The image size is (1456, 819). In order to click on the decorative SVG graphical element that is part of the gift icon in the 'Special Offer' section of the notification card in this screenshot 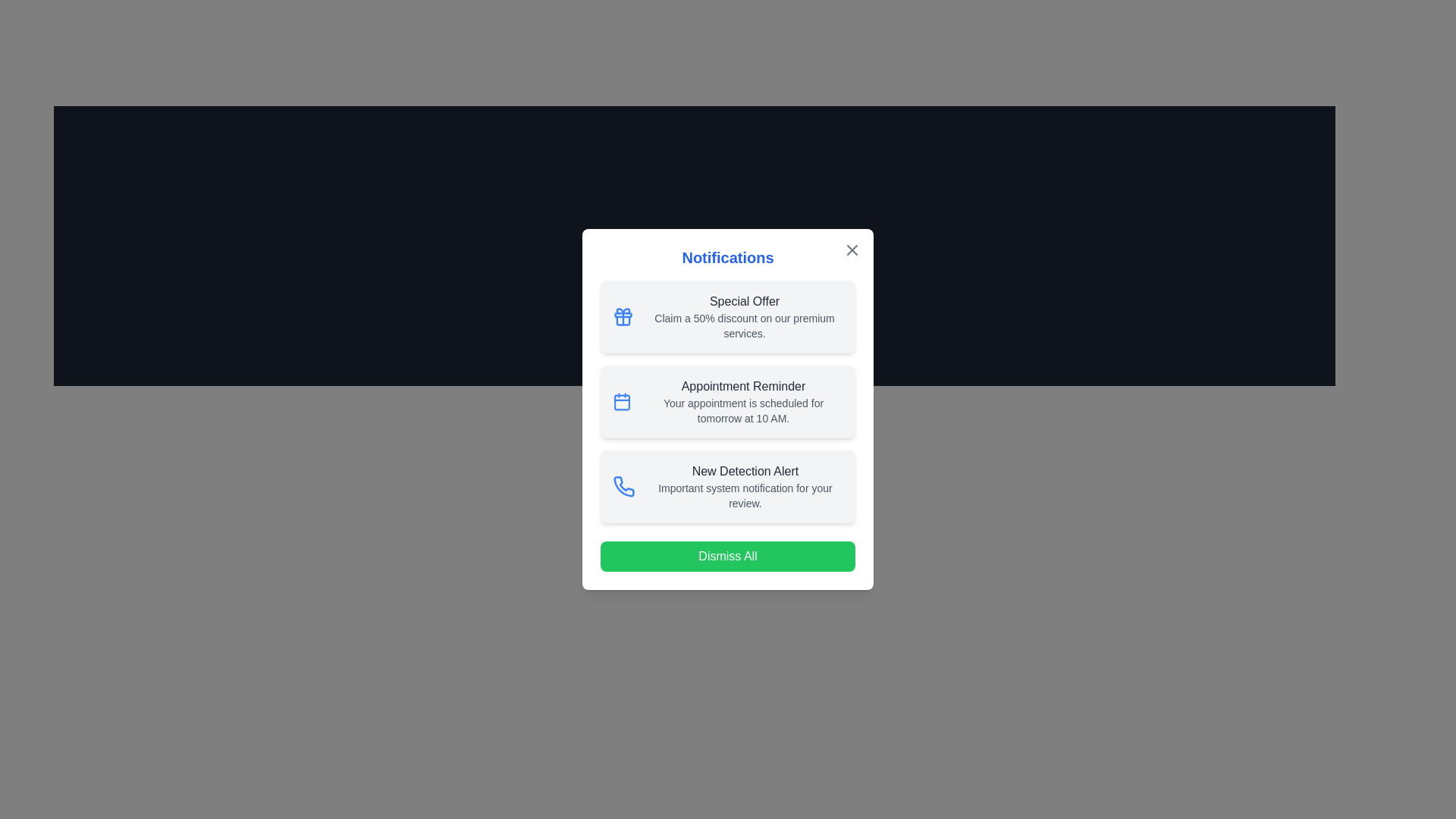, I will do `click(623, 320)`.